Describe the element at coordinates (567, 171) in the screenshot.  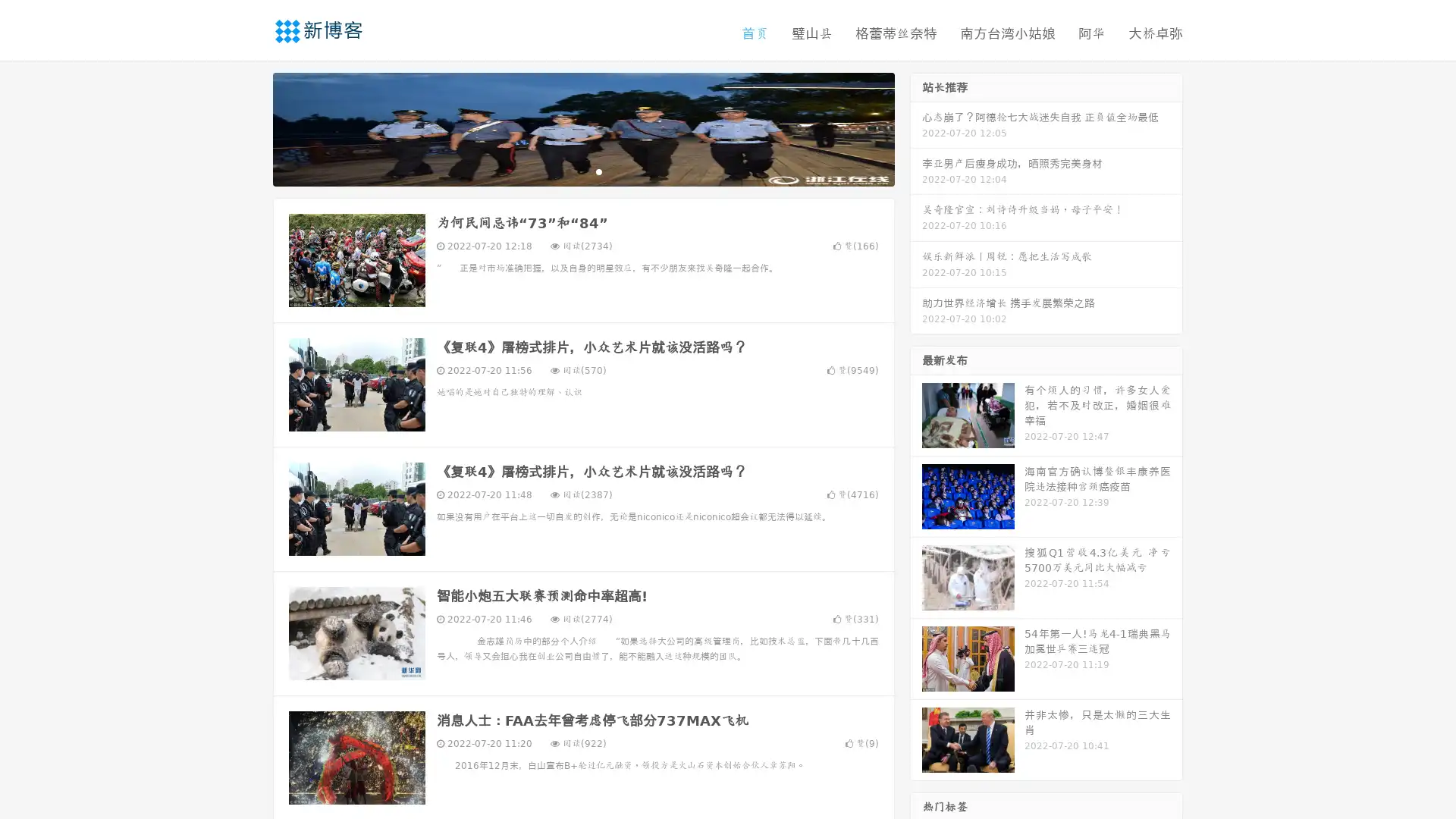
I see `Go to slide 1` at that location.